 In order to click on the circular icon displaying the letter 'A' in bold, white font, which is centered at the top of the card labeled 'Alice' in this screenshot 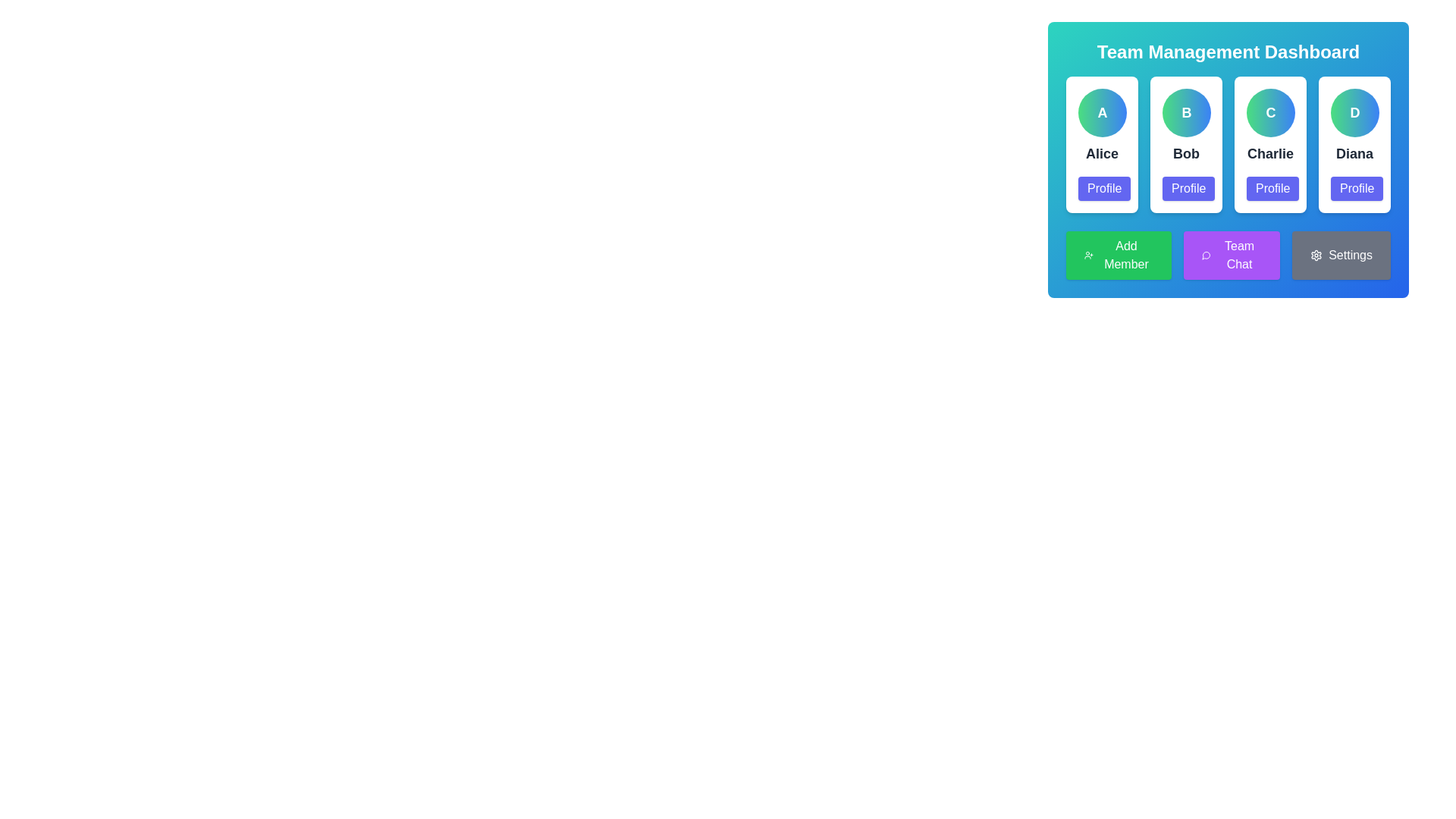, I will do `click(1103, 112)`.